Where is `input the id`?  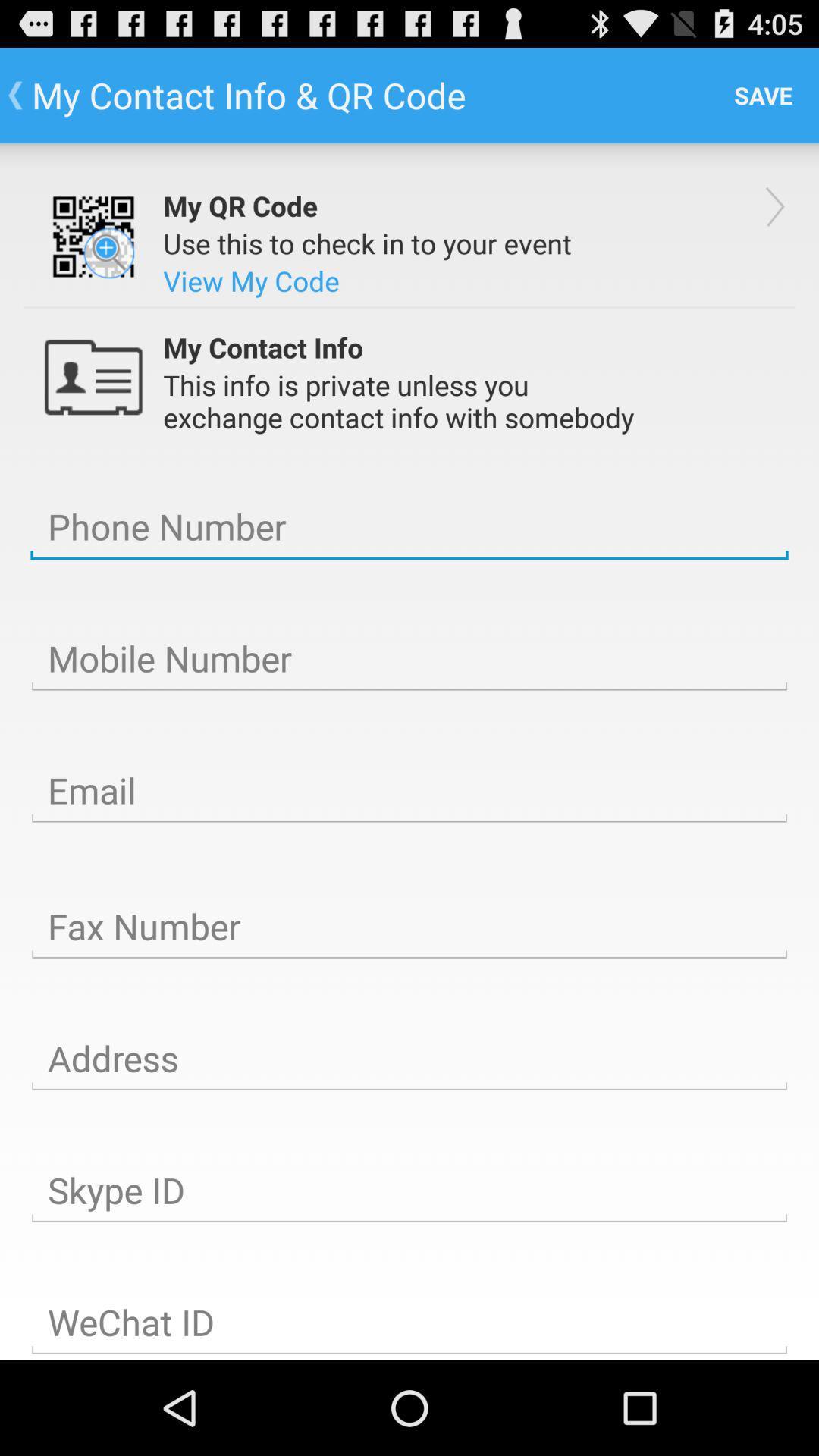
input the id is located at coordinates (409, 1321).